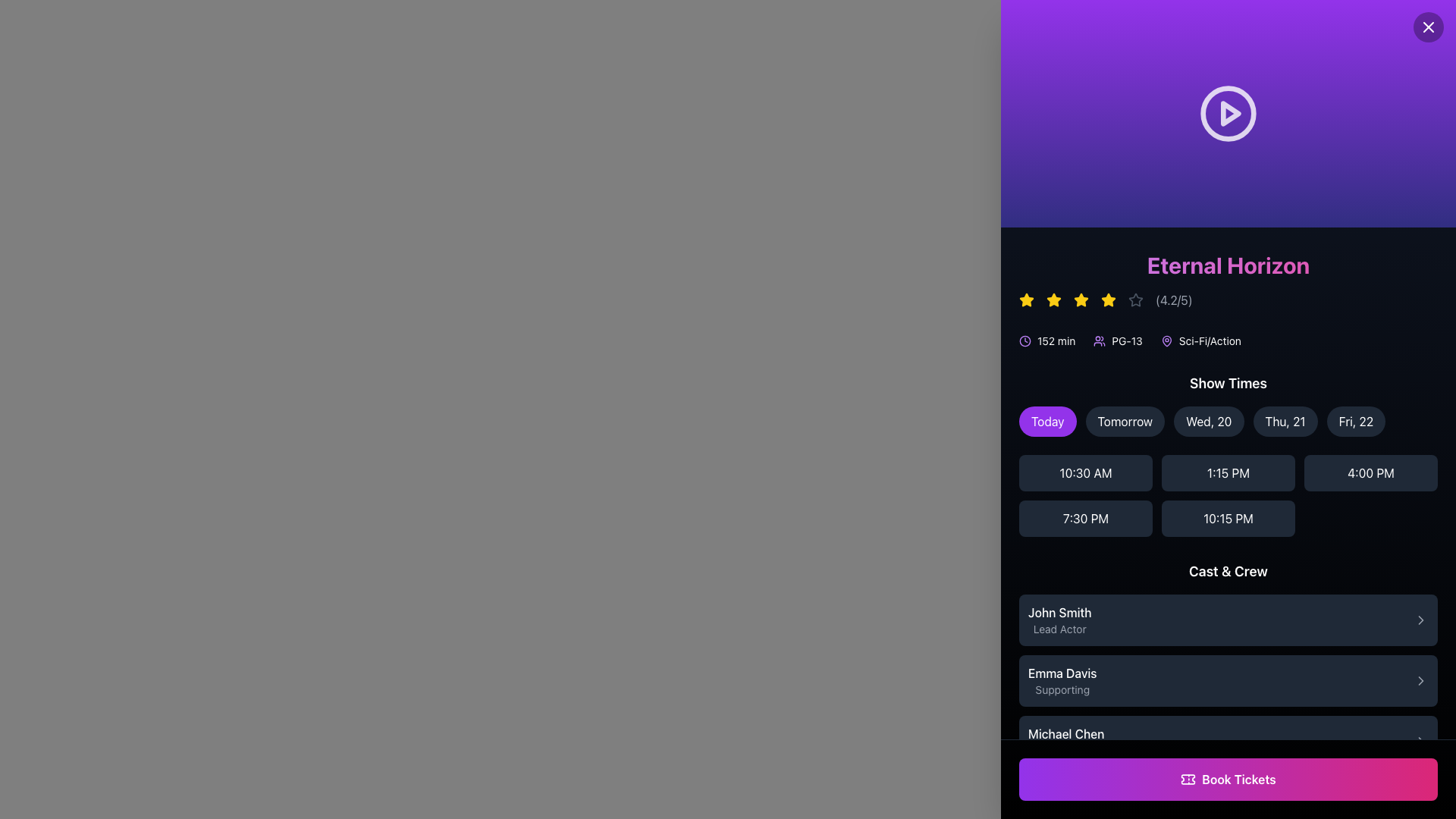  I want to click on the 'Lead Actor' text label located below 'John Smith' in the 'Cast & Crew' section of the first cast member card, so click(1059, 629).